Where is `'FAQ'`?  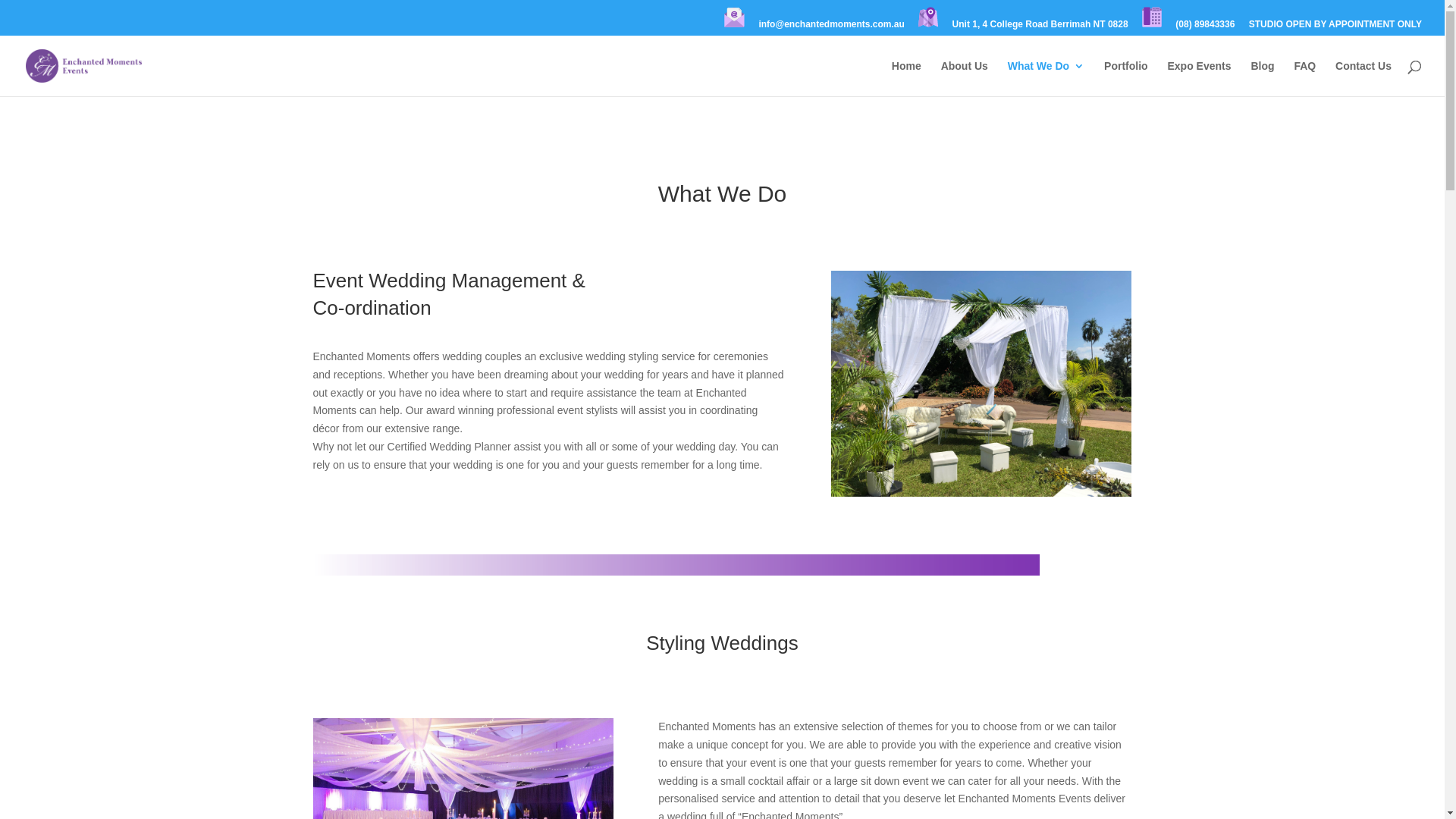
'FAQ' is located at coordinates (1304, 78).